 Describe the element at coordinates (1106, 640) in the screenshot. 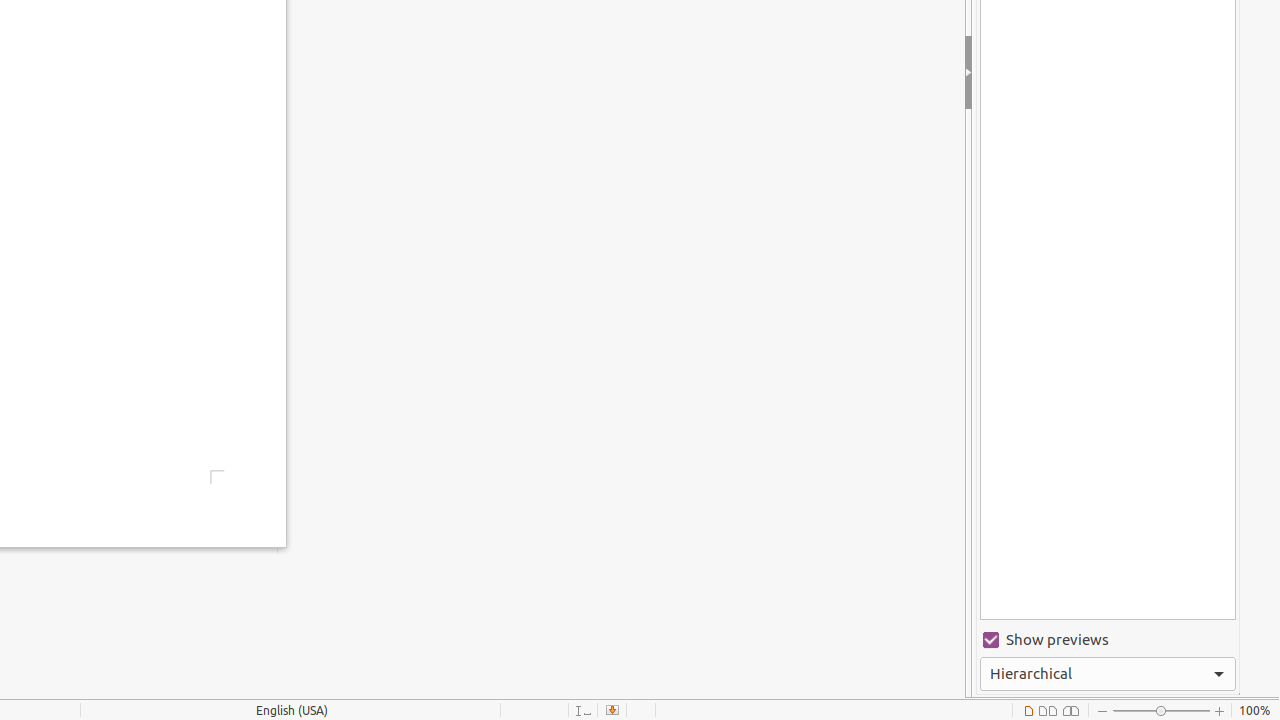

I see `'Show previews'` at that location.